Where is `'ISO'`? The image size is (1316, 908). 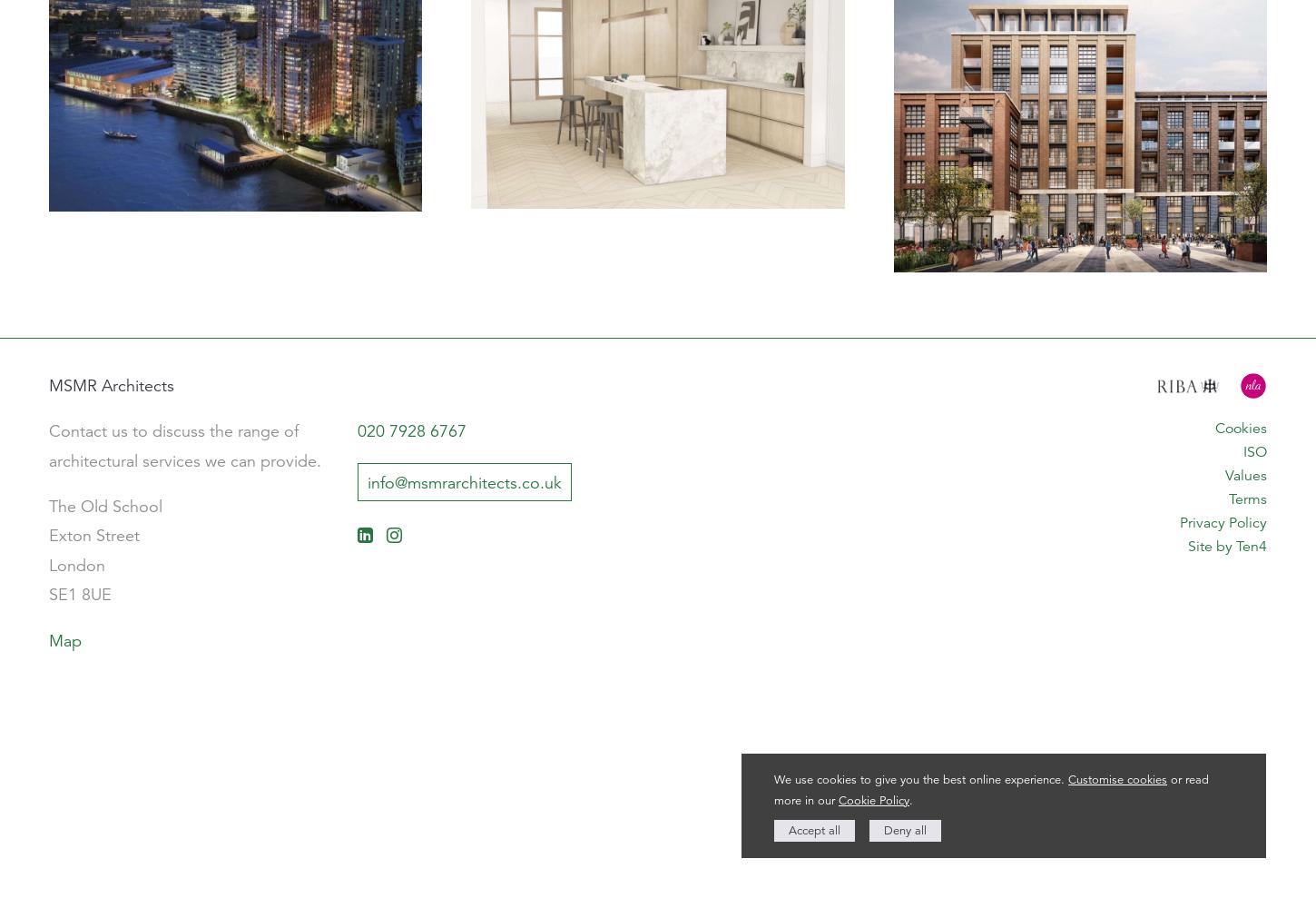 'ISO' is located at coordinates (1242, 451).